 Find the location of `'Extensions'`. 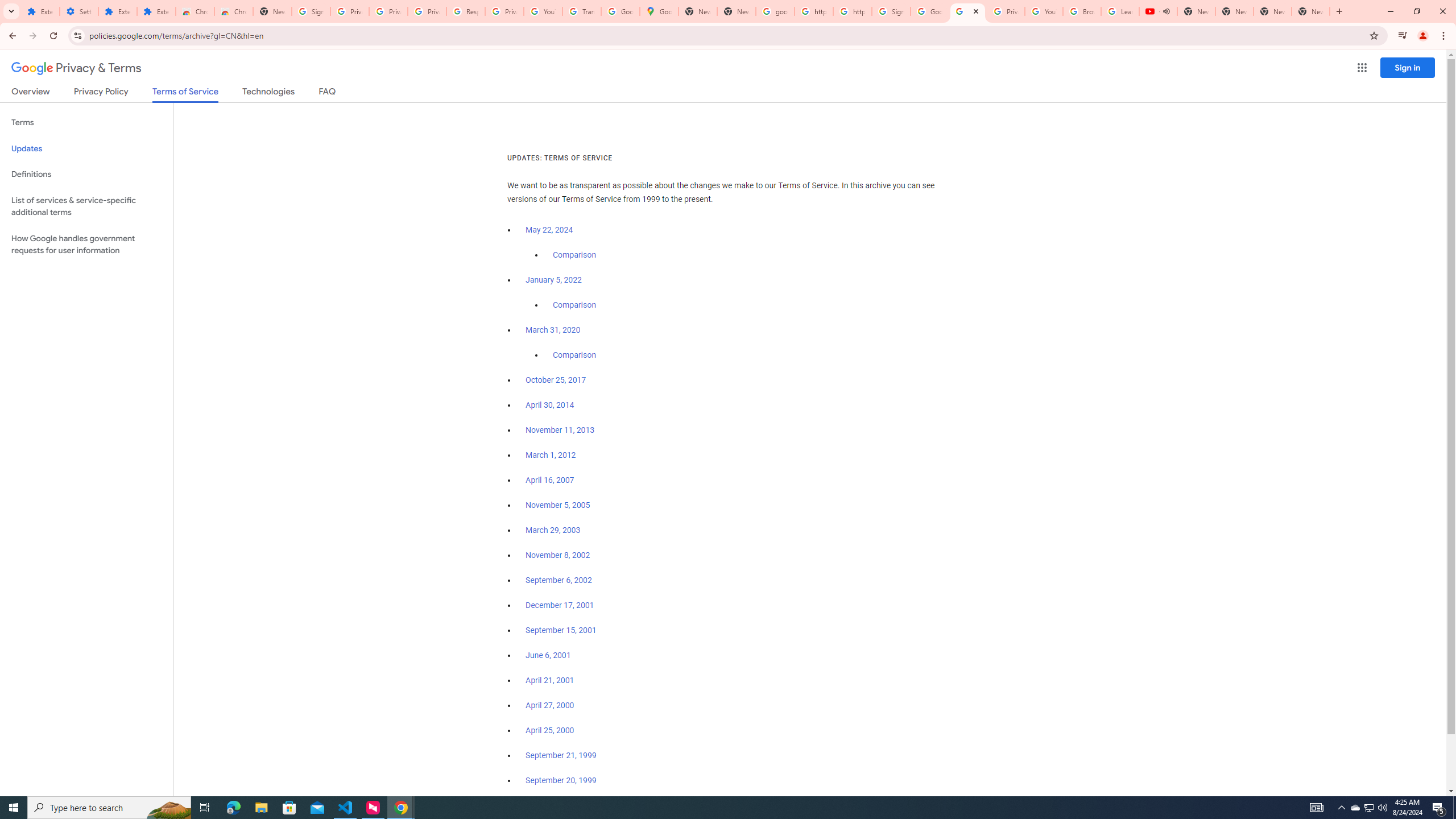

'Extensions' is located at coordinates (156, 11).